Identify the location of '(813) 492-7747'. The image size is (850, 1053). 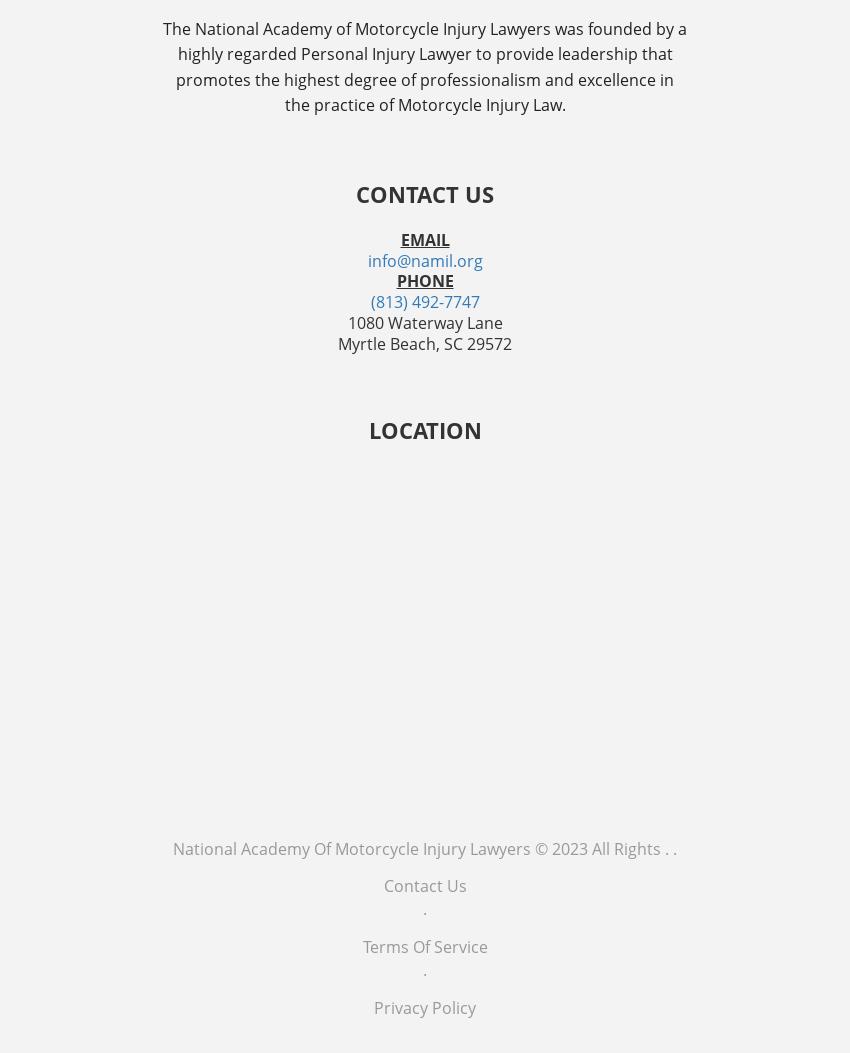
(424, 302).